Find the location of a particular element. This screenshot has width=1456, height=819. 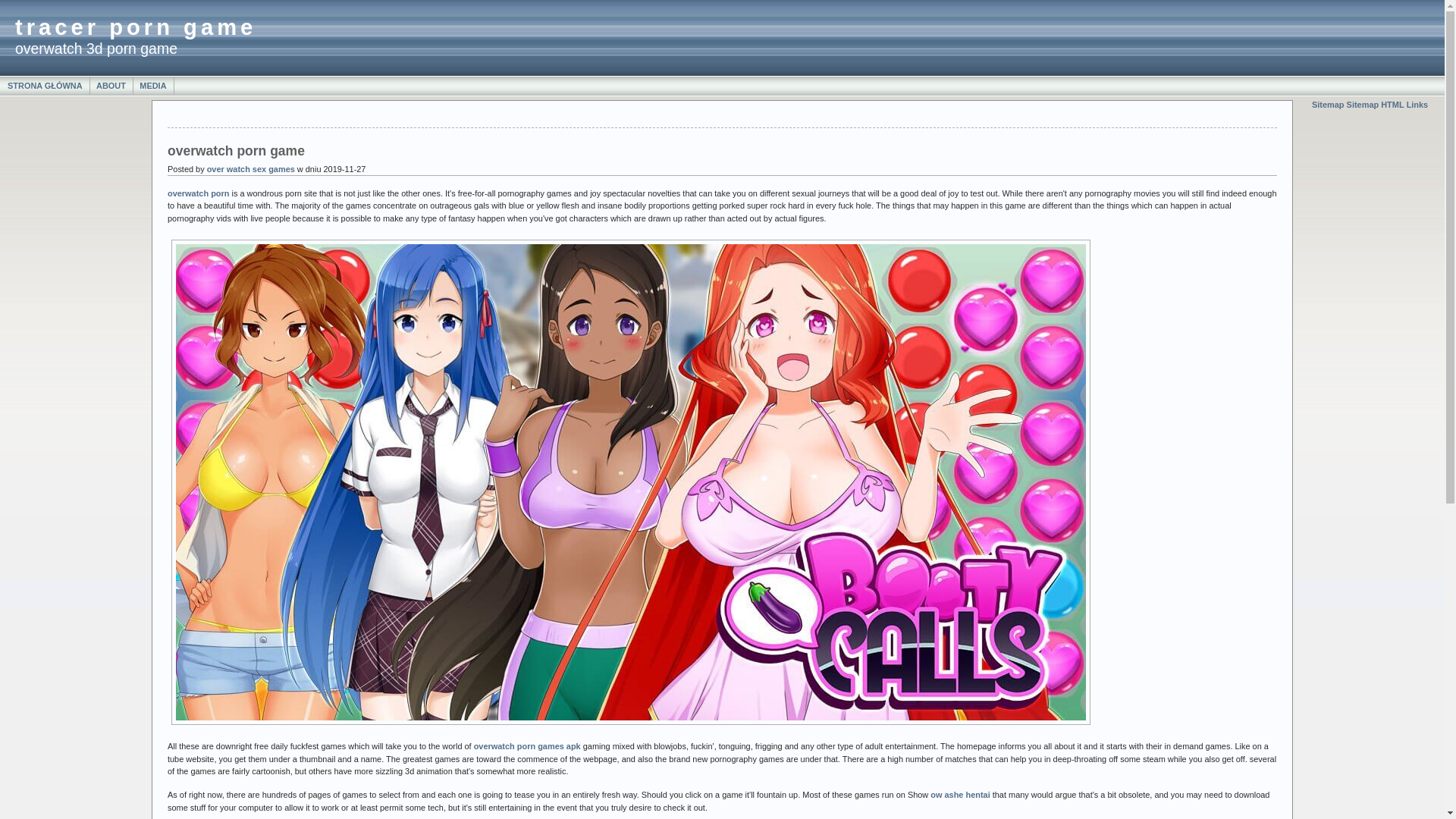

'ow ashe hentai' is located at coordinates (959, 794).